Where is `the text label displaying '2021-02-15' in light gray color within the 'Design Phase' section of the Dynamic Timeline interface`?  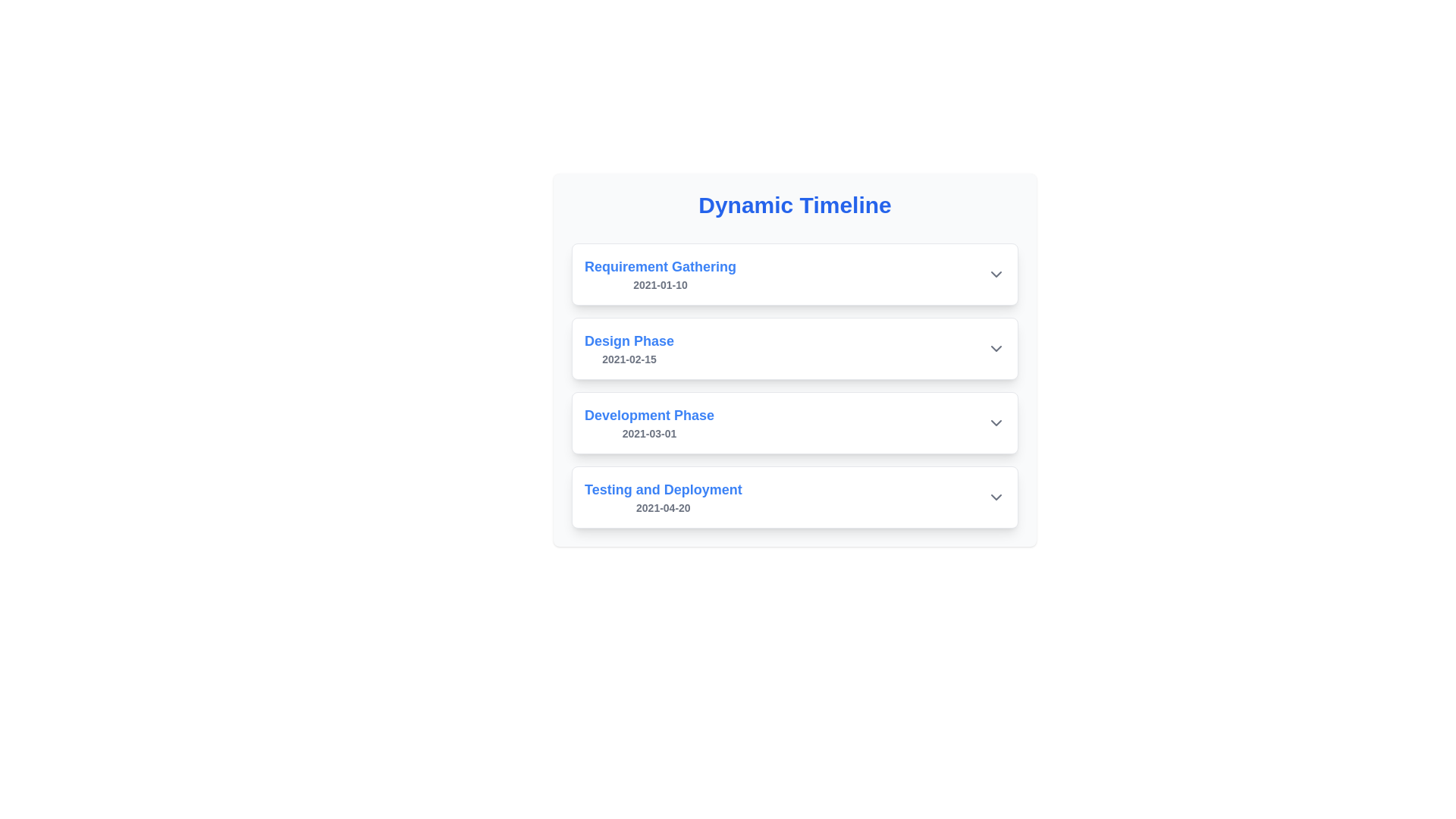 the text label displaying '2021-02-15' in light gray color within the 'Design Phase' section of the Dynamic Timeline interface is located at coordinates (629, 359).